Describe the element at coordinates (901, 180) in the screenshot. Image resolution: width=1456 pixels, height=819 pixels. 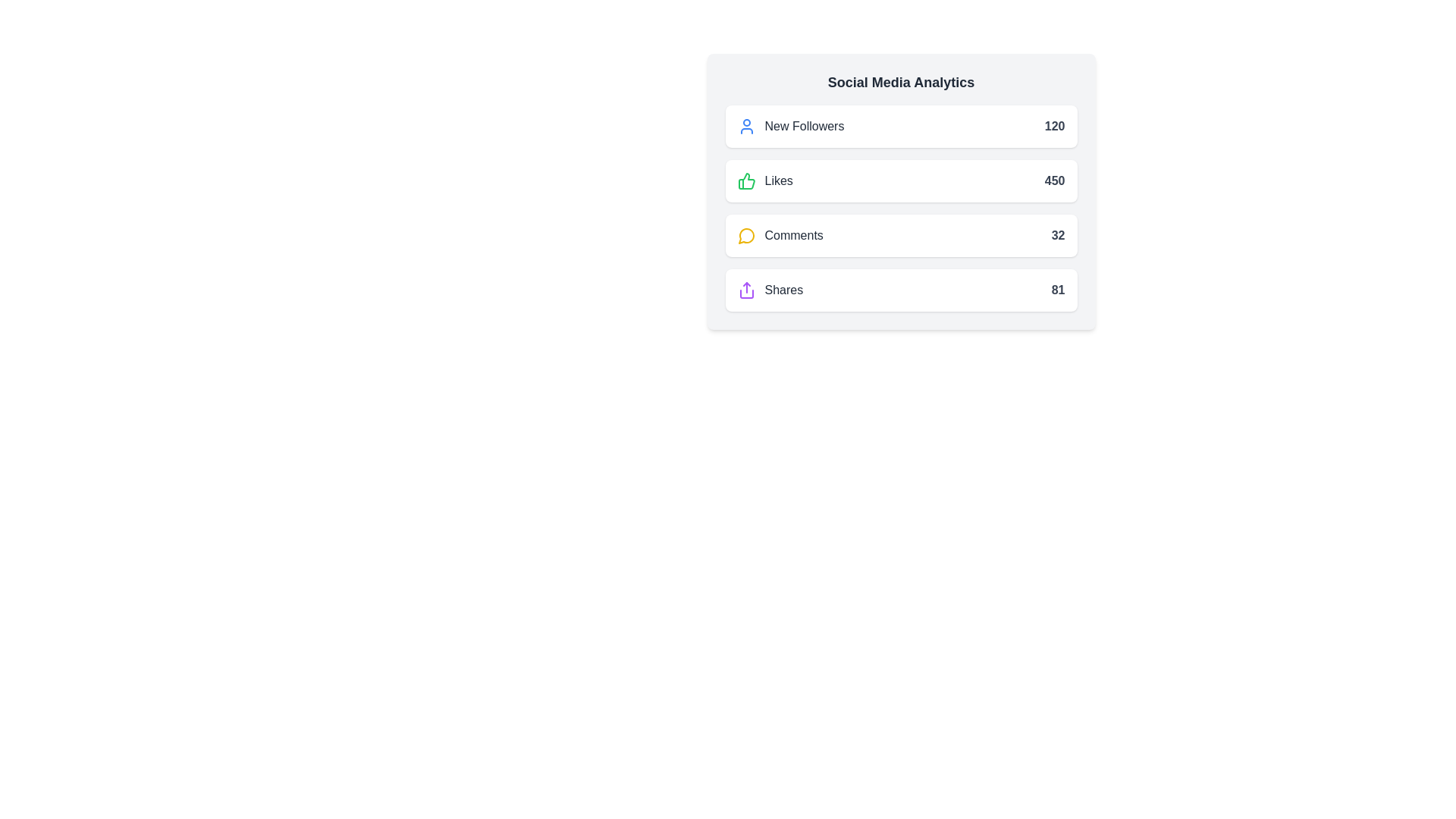
I see `the 'Likes' Informational card to focus on it, which is the second box in the vertical list of the 'Social Media Analytics' module` at that location.